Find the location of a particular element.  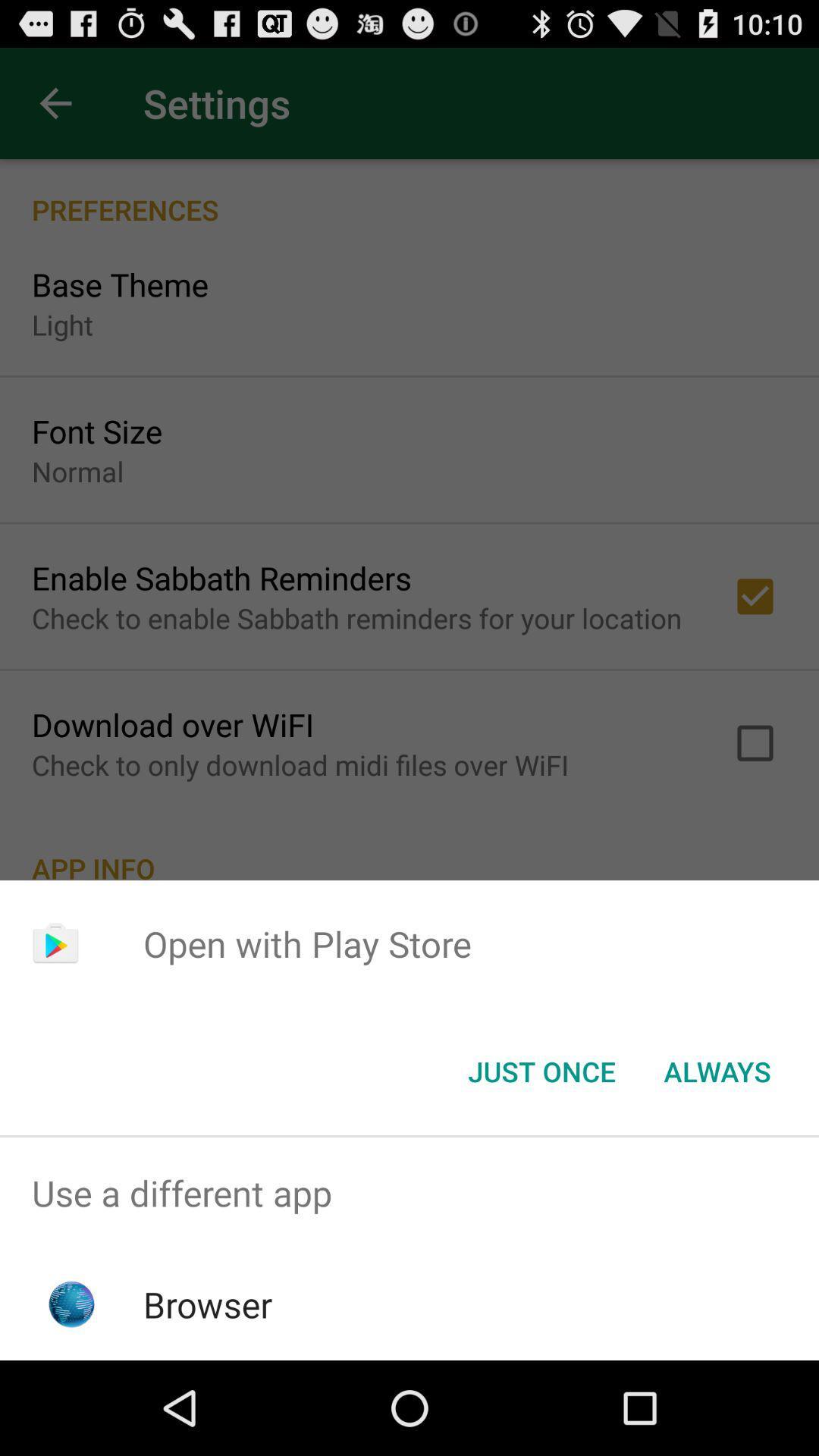

the button at the bottom right corner is located at coordinates (717, 1070).